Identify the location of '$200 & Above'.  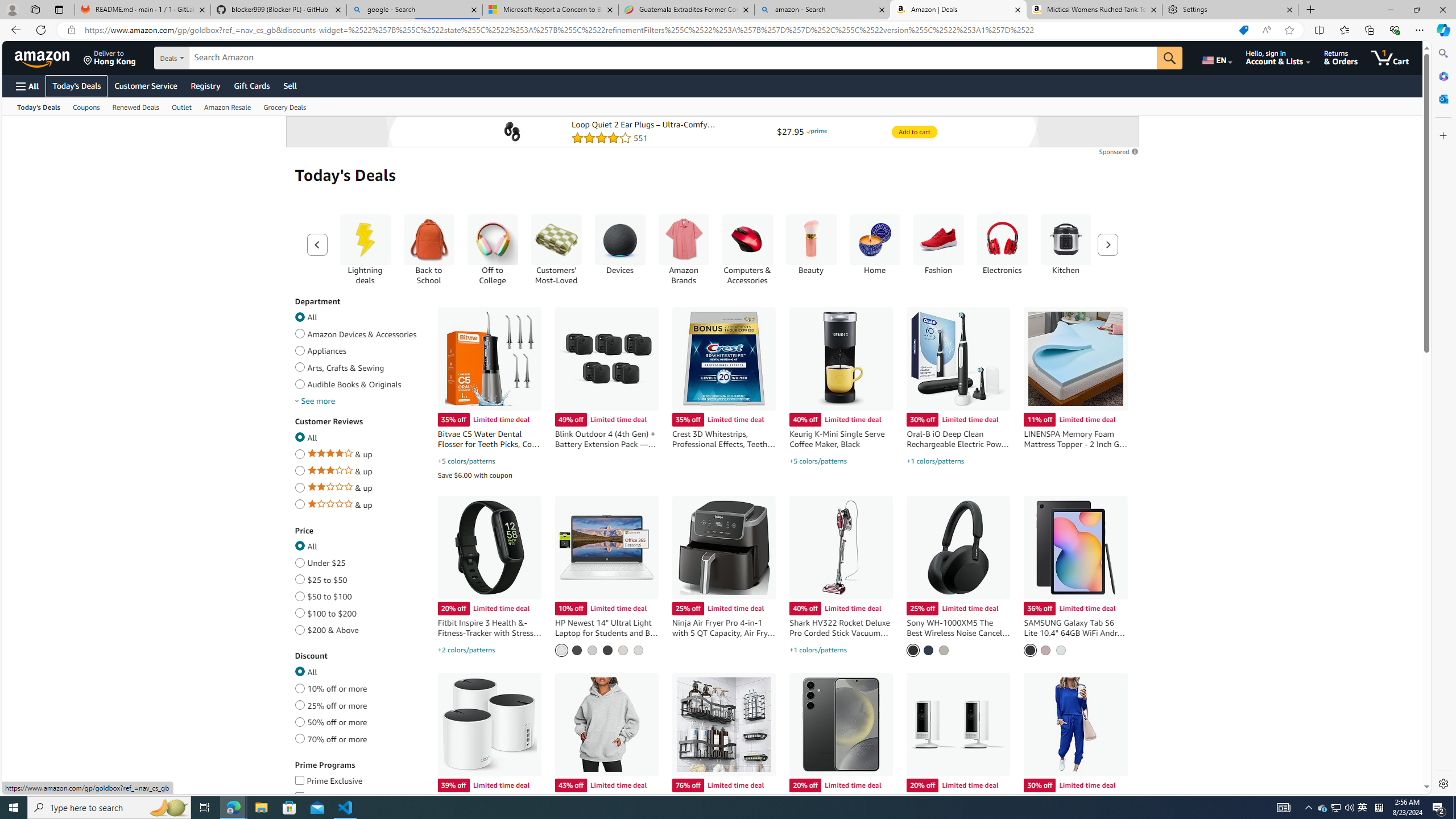
(299, 627).